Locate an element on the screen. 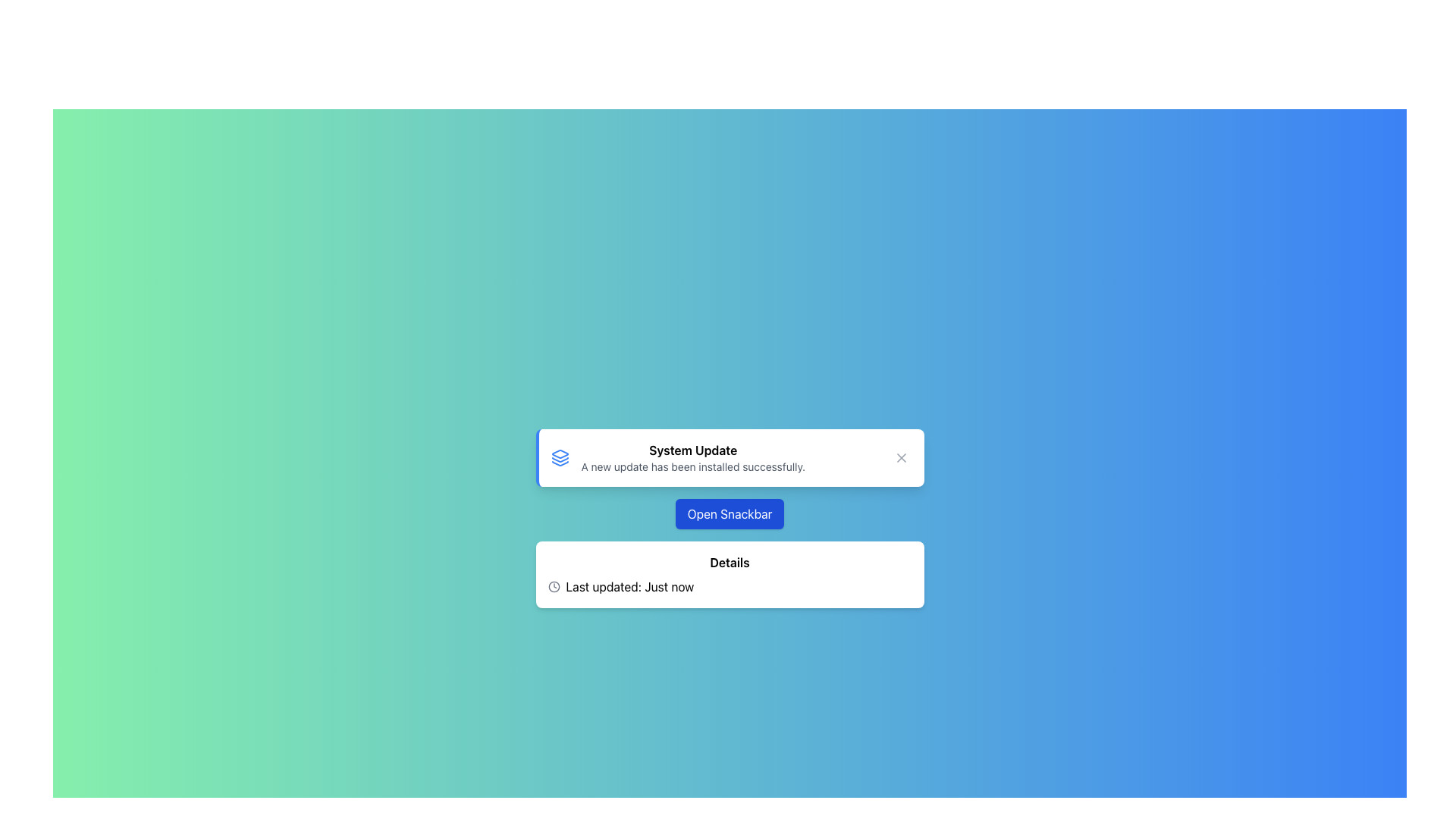  the small 'X' icon in the top-right corner of the 'System Update' notification card is located at coordinates (901, 457).